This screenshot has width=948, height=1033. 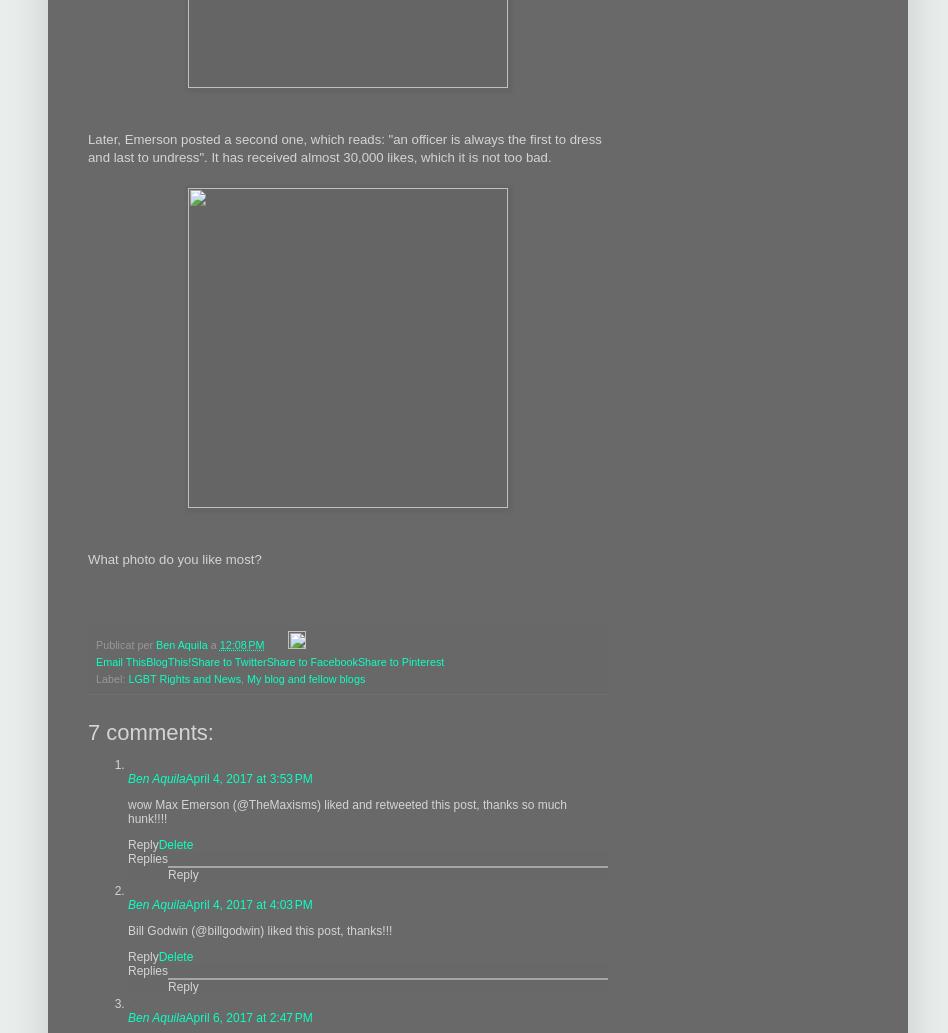 I want to click on '12:08 PM', so click(x=241, y=642).